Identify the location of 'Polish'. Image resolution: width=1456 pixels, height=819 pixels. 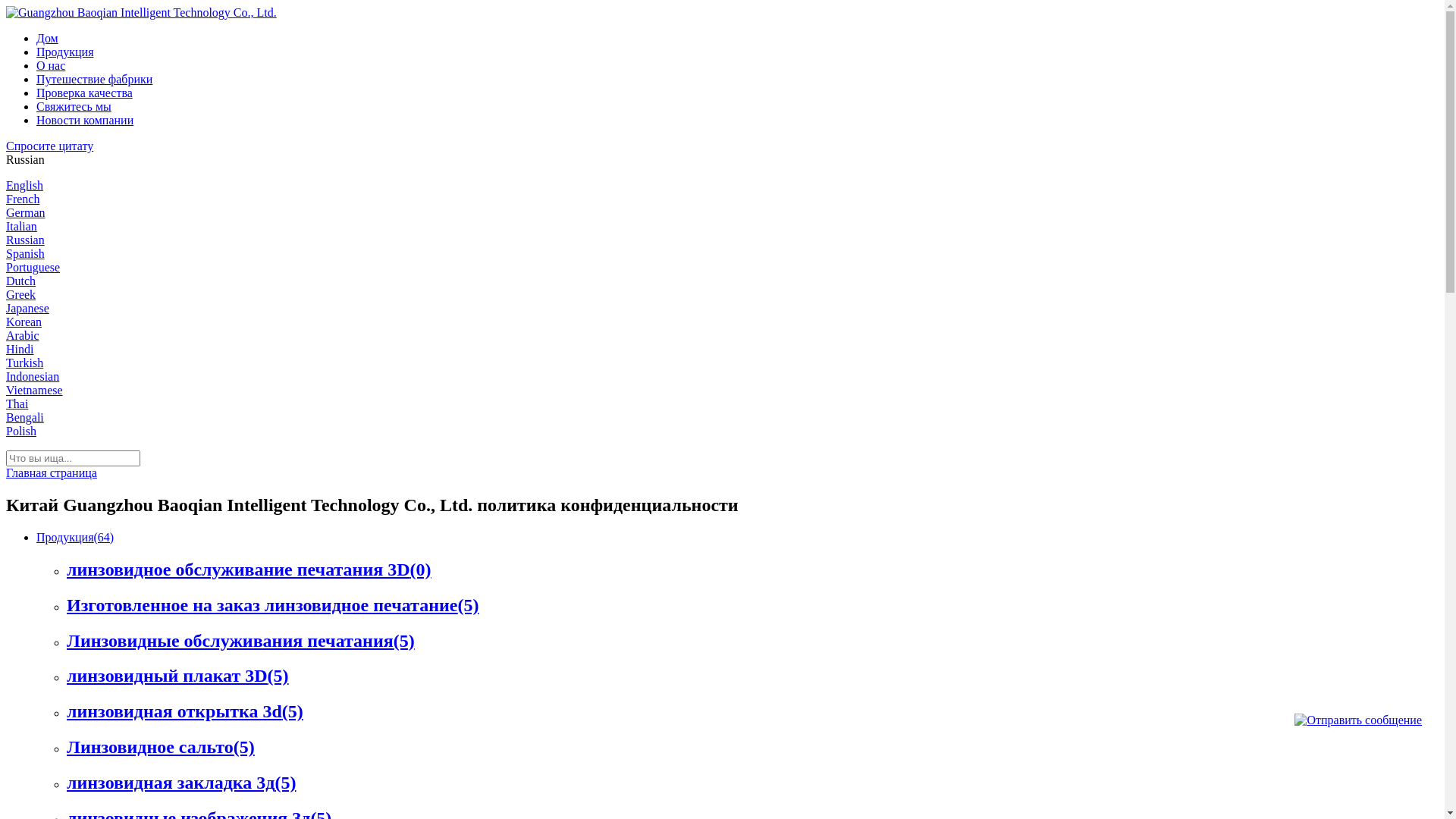
(21, 431).